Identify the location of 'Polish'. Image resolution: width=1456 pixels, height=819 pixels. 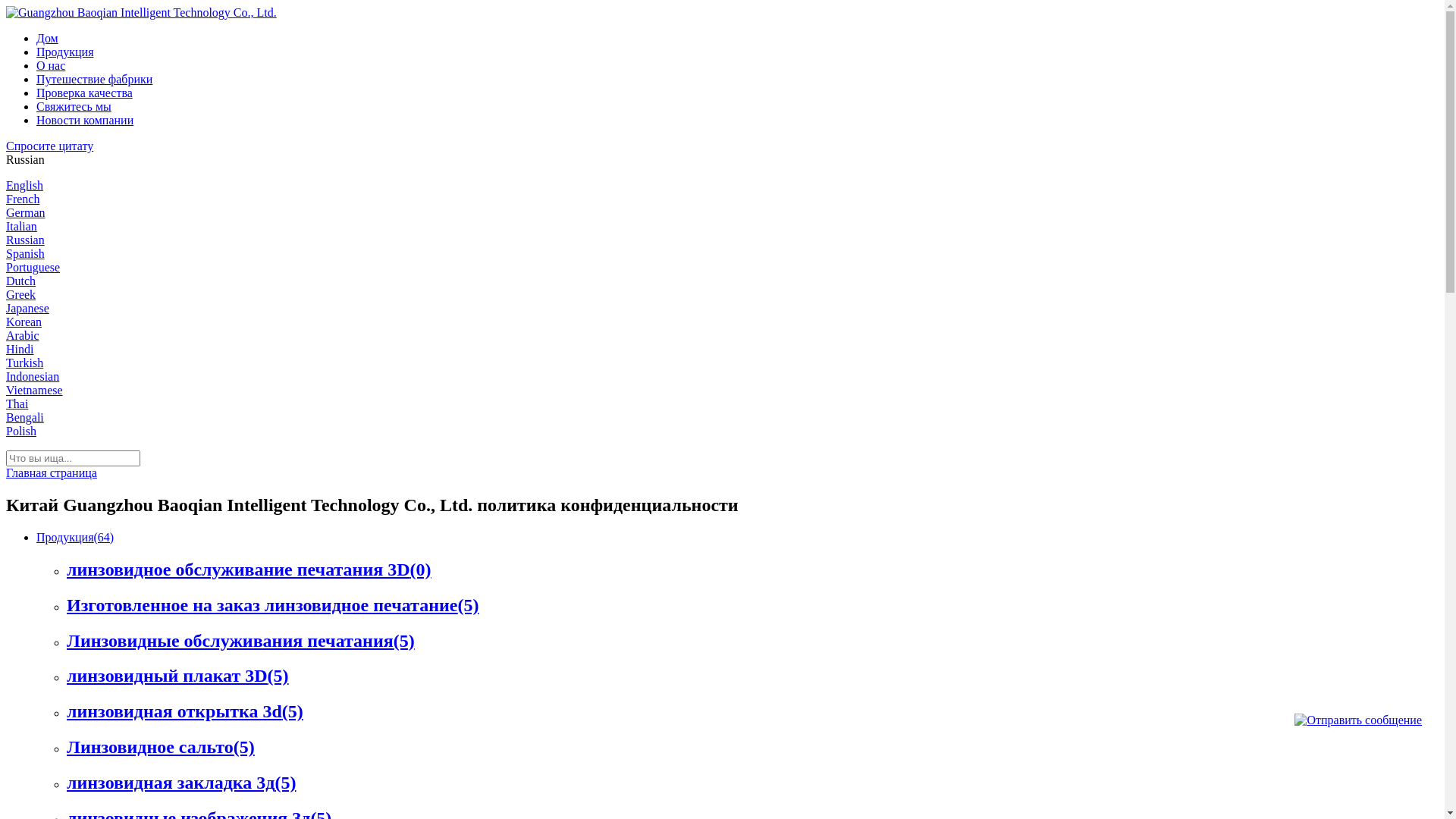
(21, 431).